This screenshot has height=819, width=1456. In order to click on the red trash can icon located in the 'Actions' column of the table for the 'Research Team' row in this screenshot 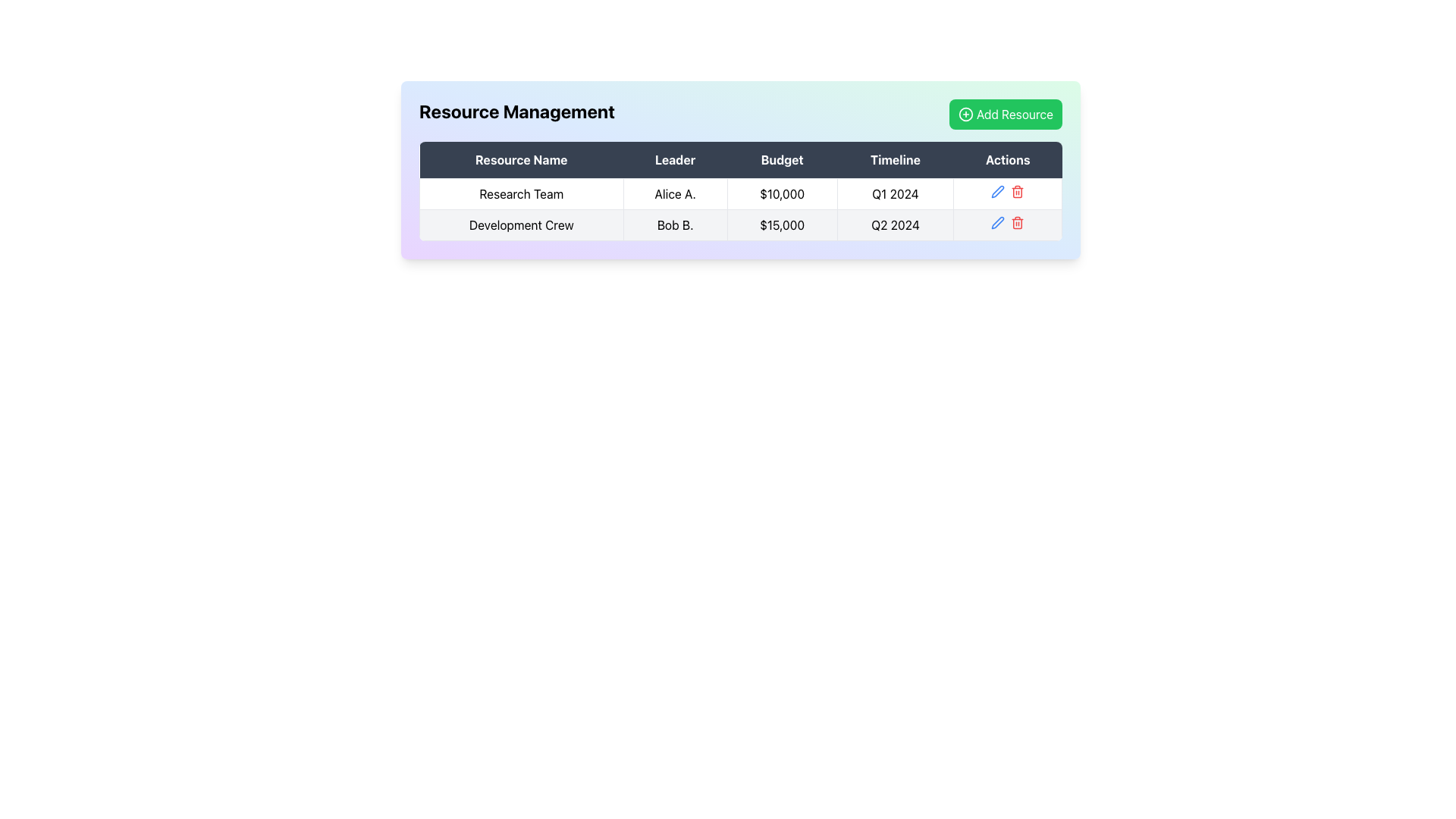, I will do `click(1008, 193)`.